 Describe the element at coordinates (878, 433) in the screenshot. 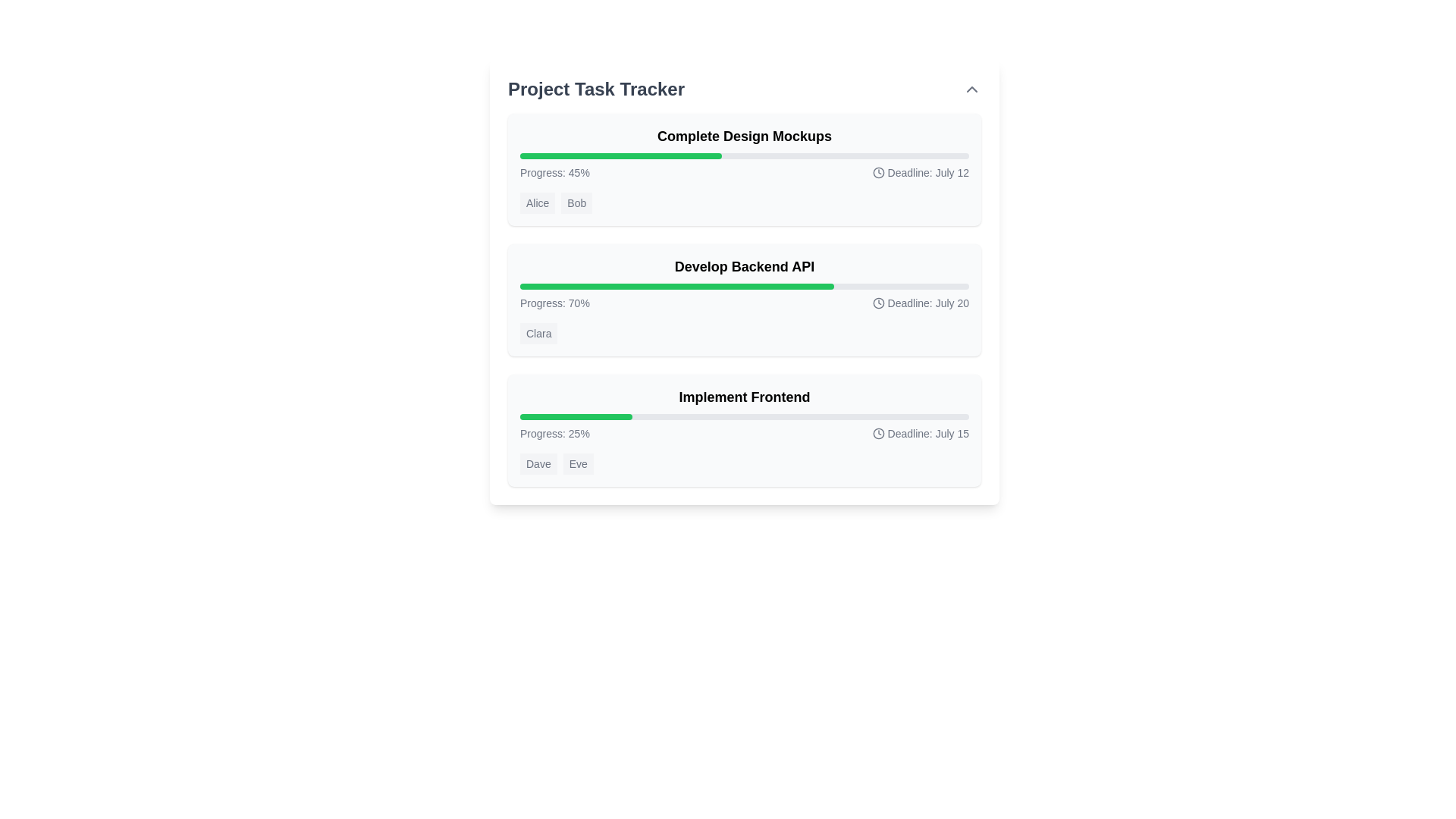

I see `the clock icon located on the far-right side of the 'Implement Frontend' task section, which has a circular outline and hands resembling an analog clock` at that location.